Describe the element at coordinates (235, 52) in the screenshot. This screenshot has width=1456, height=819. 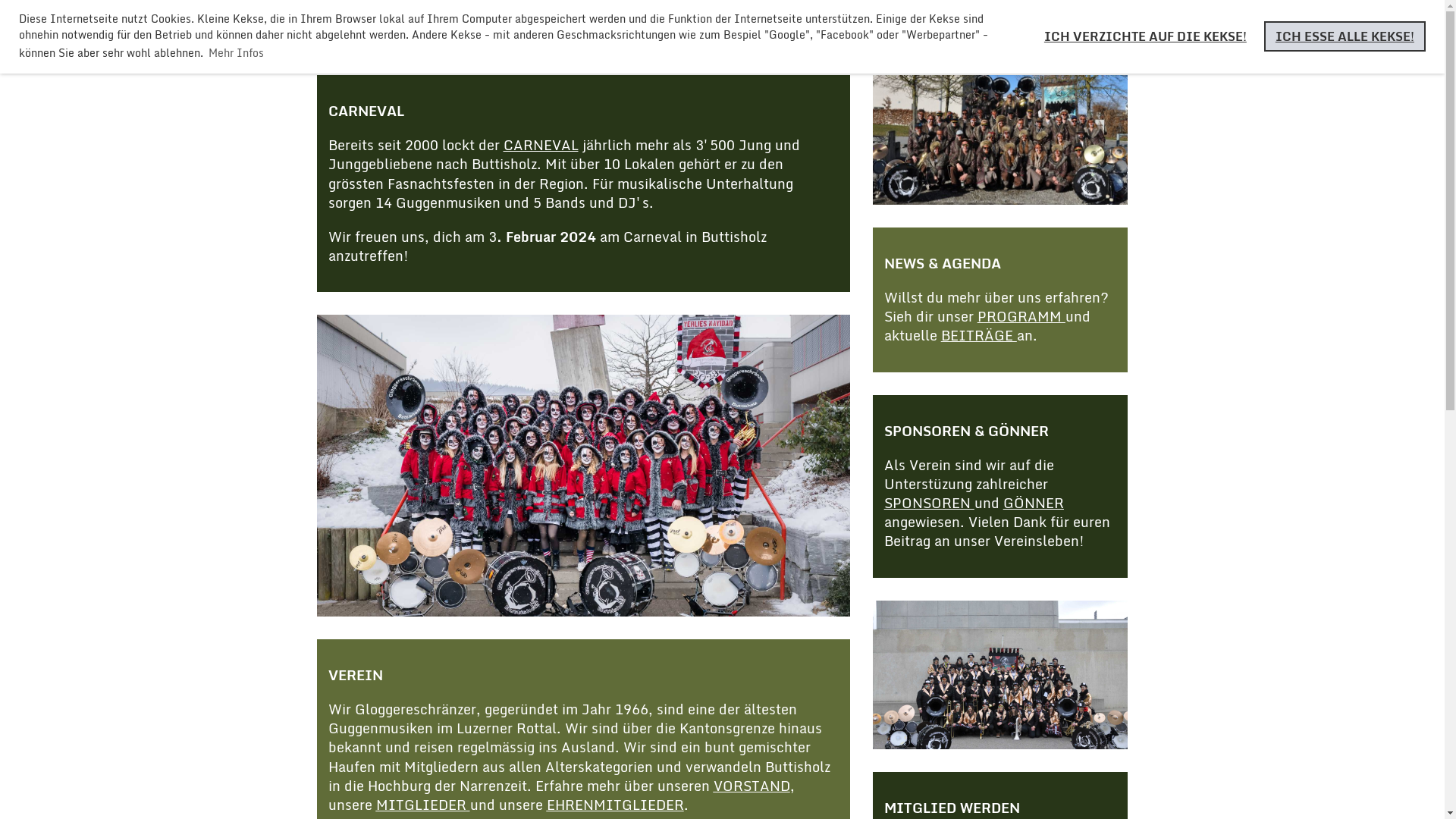
I see `'Mehr Infos'` at that location.